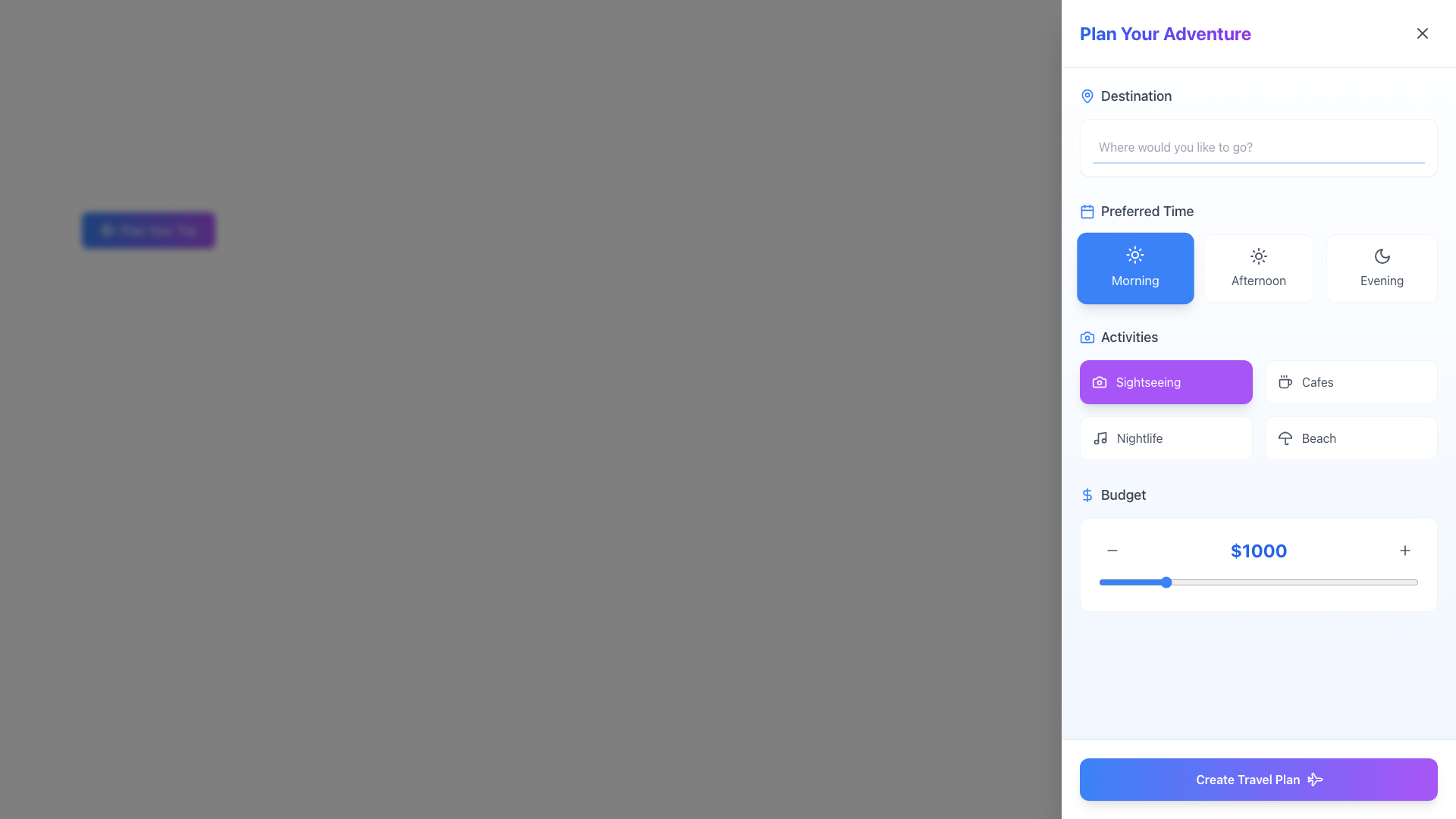 This screenshot has width=1456, height=819. What do you see at coordinates (1259, 256) in the screenshot?
I see `the 'Afternoon' time preference icon located in the 'Preferred Time' section of the panel, which is visually represented to aid users in selecting their preferred time option` at bounding box center [1259, 256].